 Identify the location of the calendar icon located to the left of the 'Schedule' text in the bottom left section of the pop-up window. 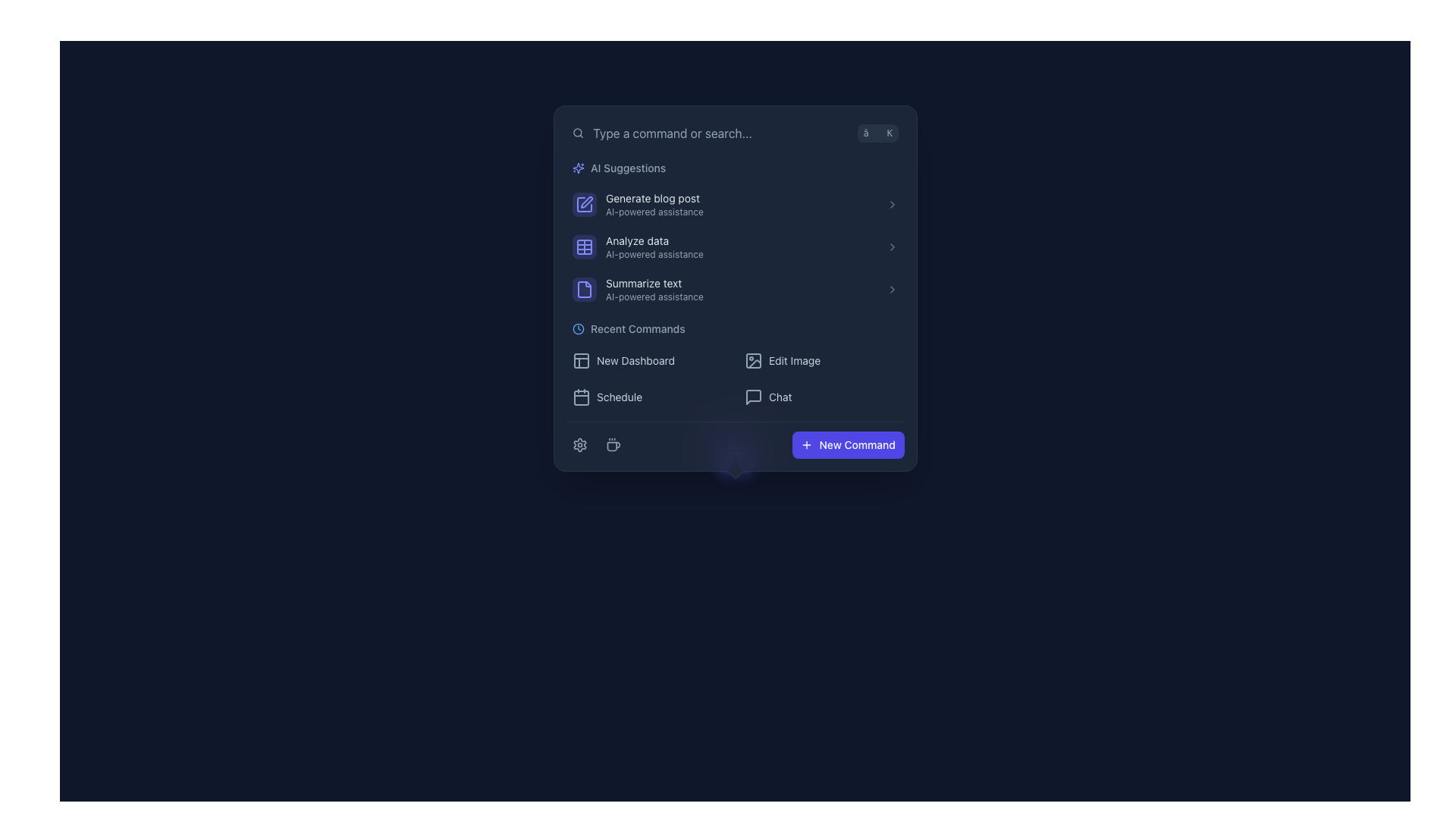
(580, 397).